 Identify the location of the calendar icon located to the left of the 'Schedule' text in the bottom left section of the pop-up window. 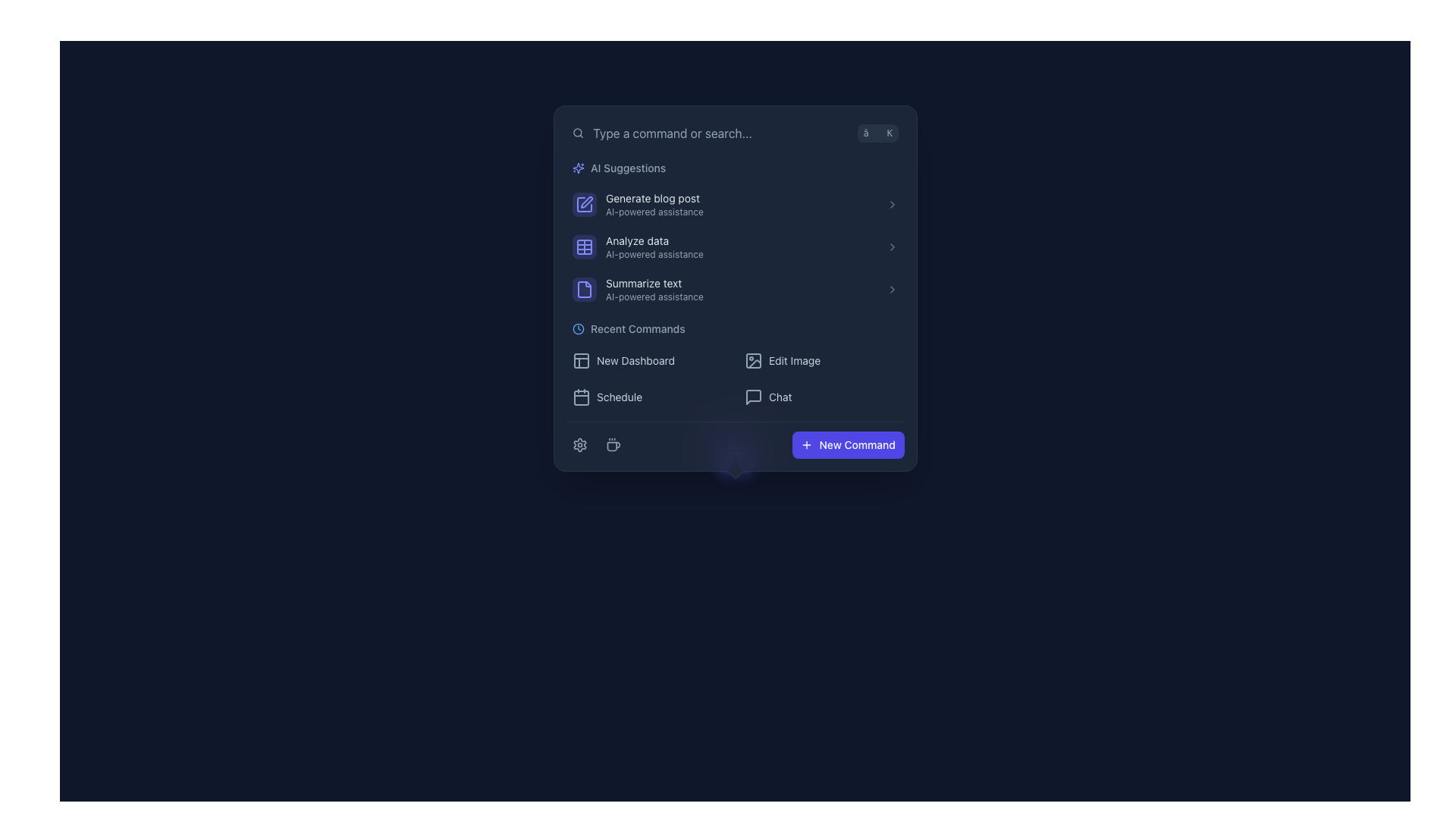
(580, 397).